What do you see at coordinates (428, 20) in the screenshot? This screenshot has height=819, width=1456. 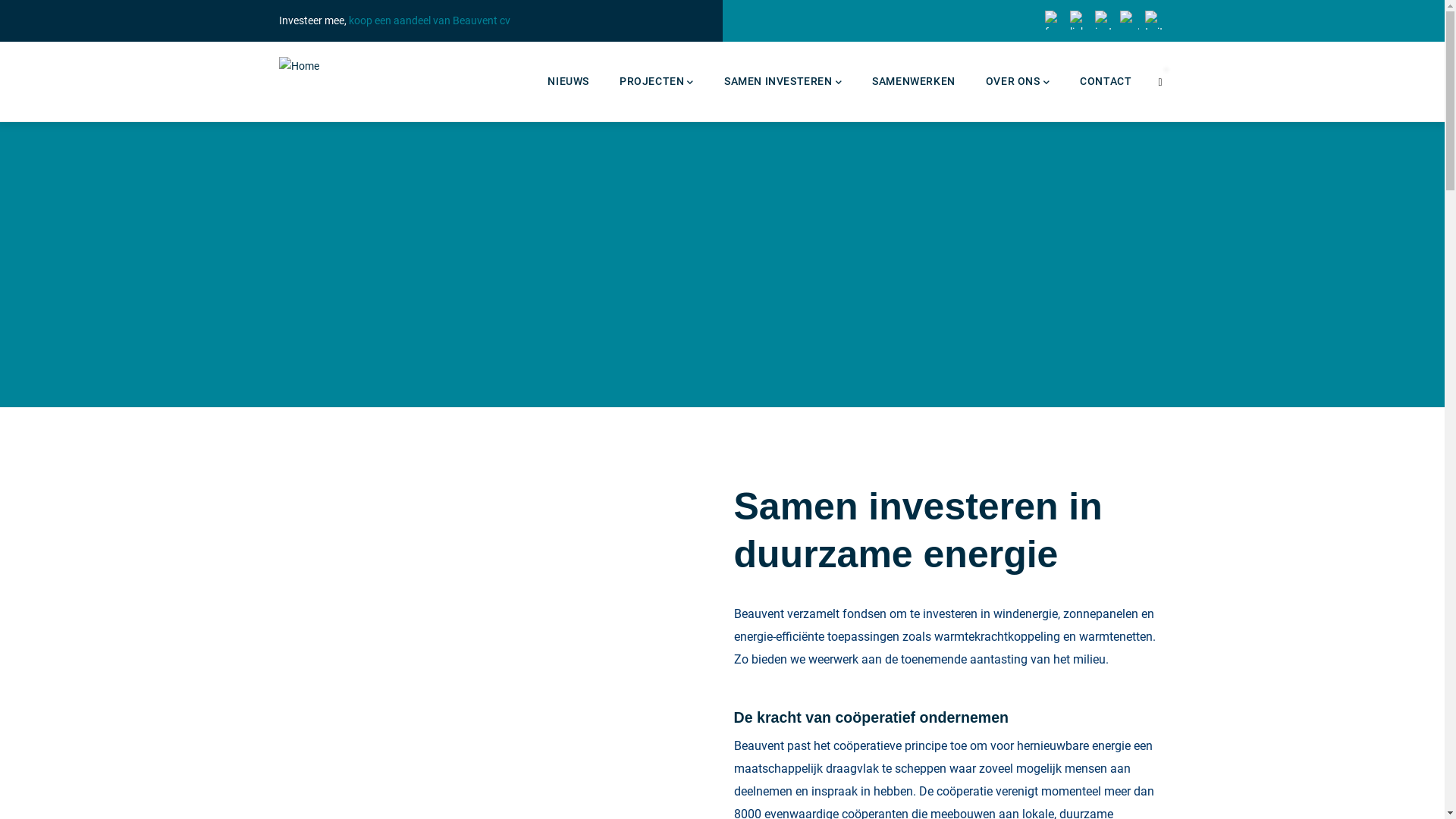 I see `'koop een aandeel van Beauvent cv'` at bounding box center [428, 20].